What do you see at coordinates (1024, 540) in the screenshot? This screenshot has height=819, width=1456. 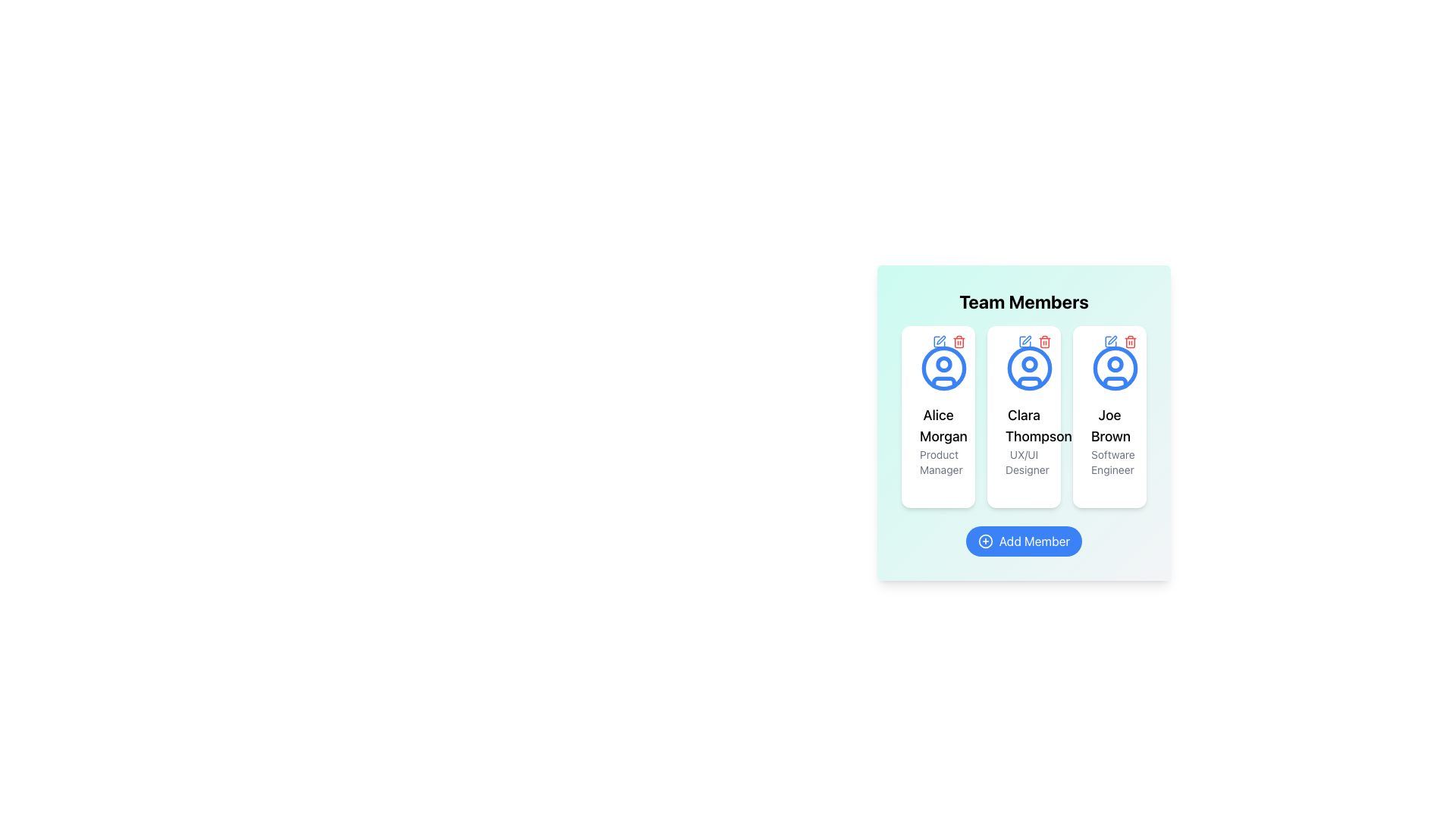 I see `the 'Add New Member' button located at the bottom-center of the 'Team Members' section` at bounding box center [1024, 540].